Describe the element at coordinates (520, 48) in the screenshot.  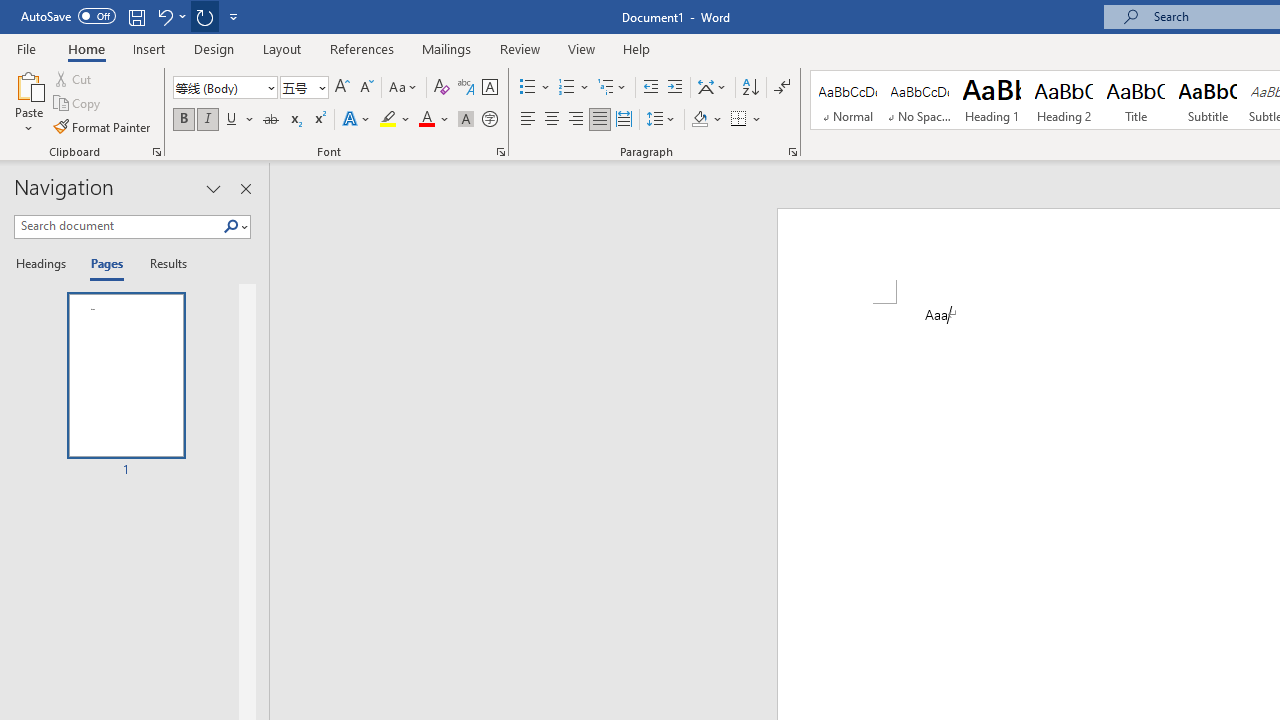
I see `'Review'` at that location.